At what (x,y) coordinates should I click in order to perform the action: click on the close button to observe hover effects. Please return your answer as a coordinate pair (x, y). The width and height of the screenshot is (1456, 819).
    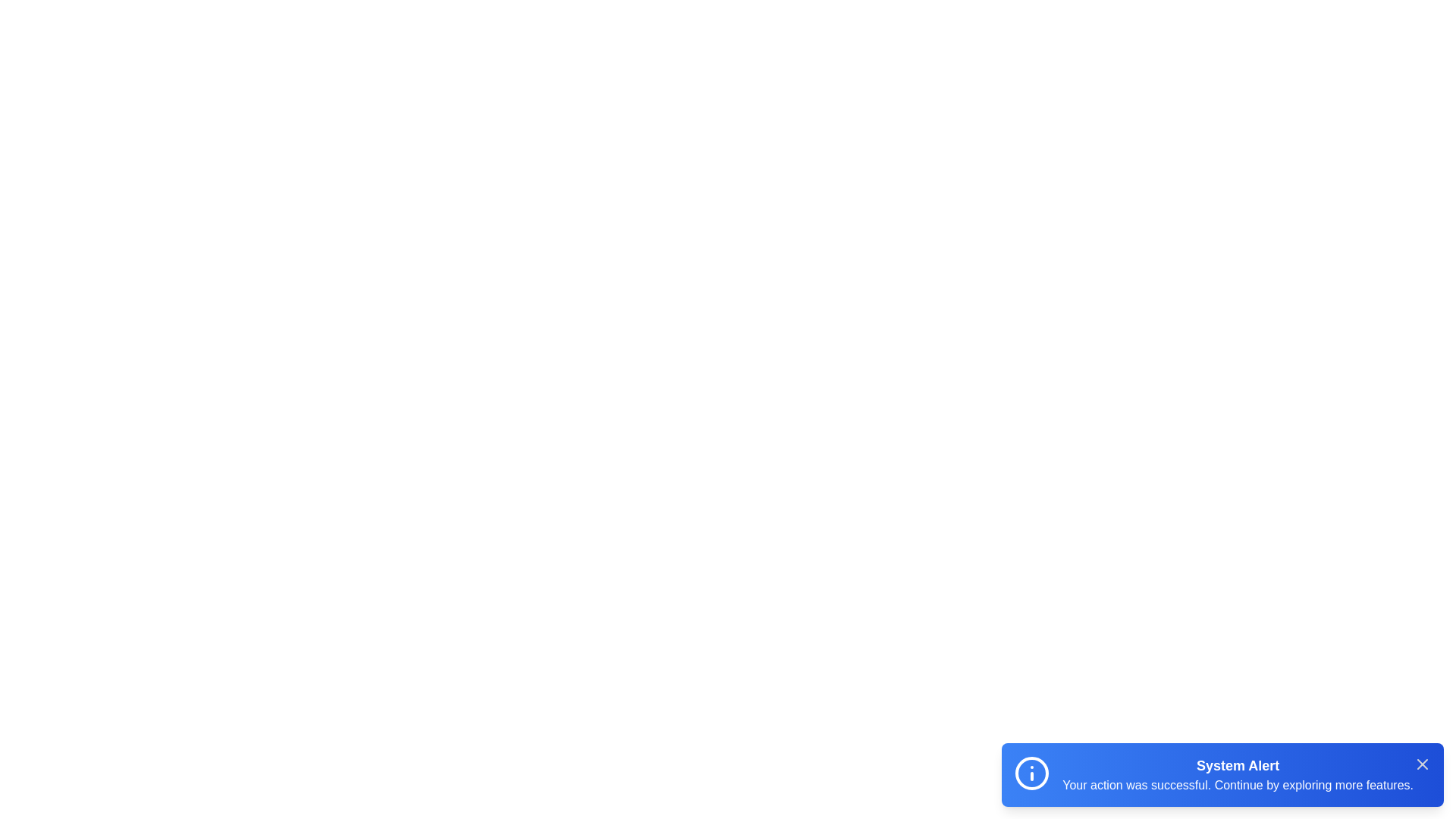
    Looking at the image, I should click on (1422, 764).